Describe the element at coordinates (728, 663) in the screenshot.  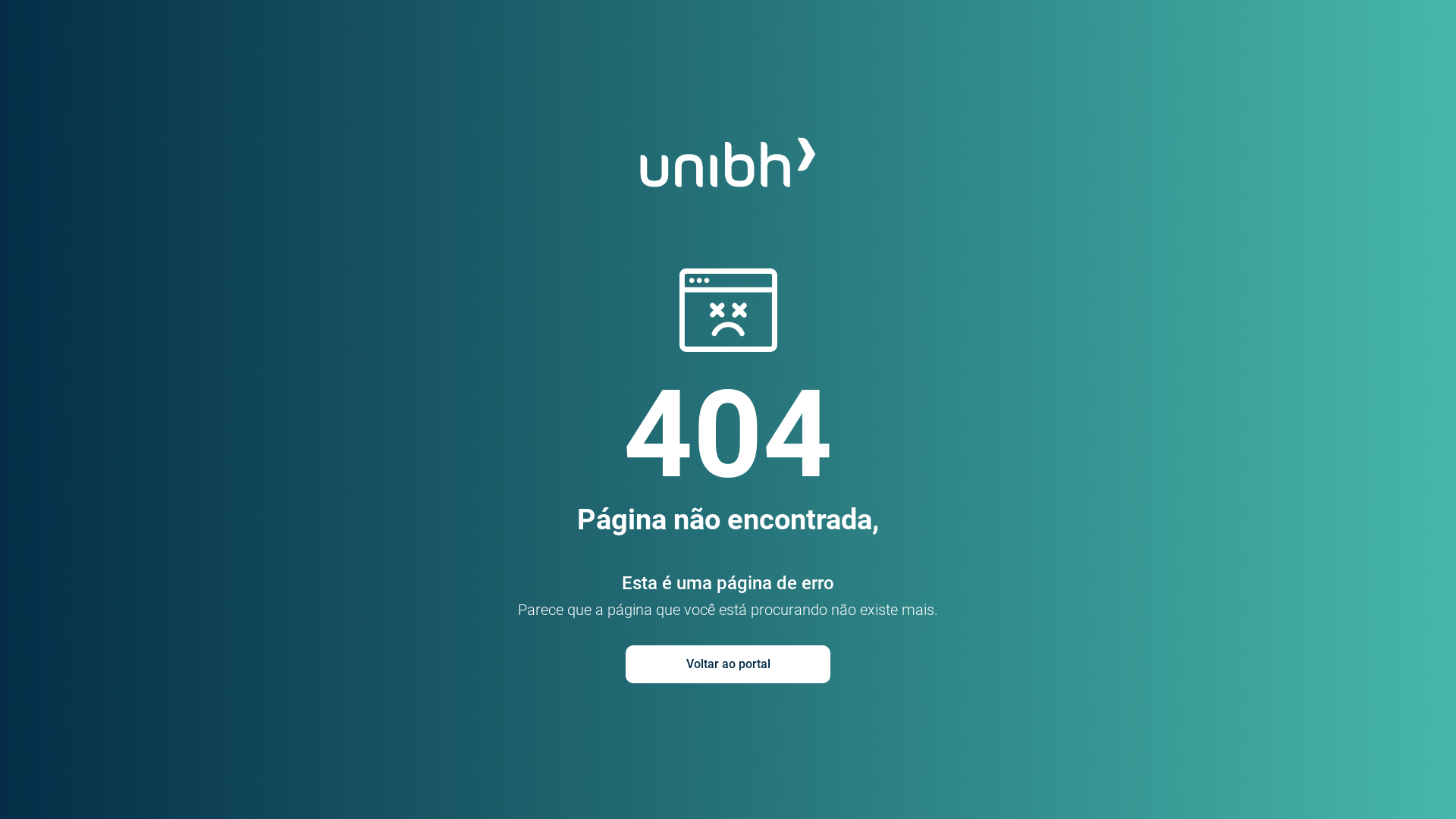
I see `'Voltar ao portal'` at that location.